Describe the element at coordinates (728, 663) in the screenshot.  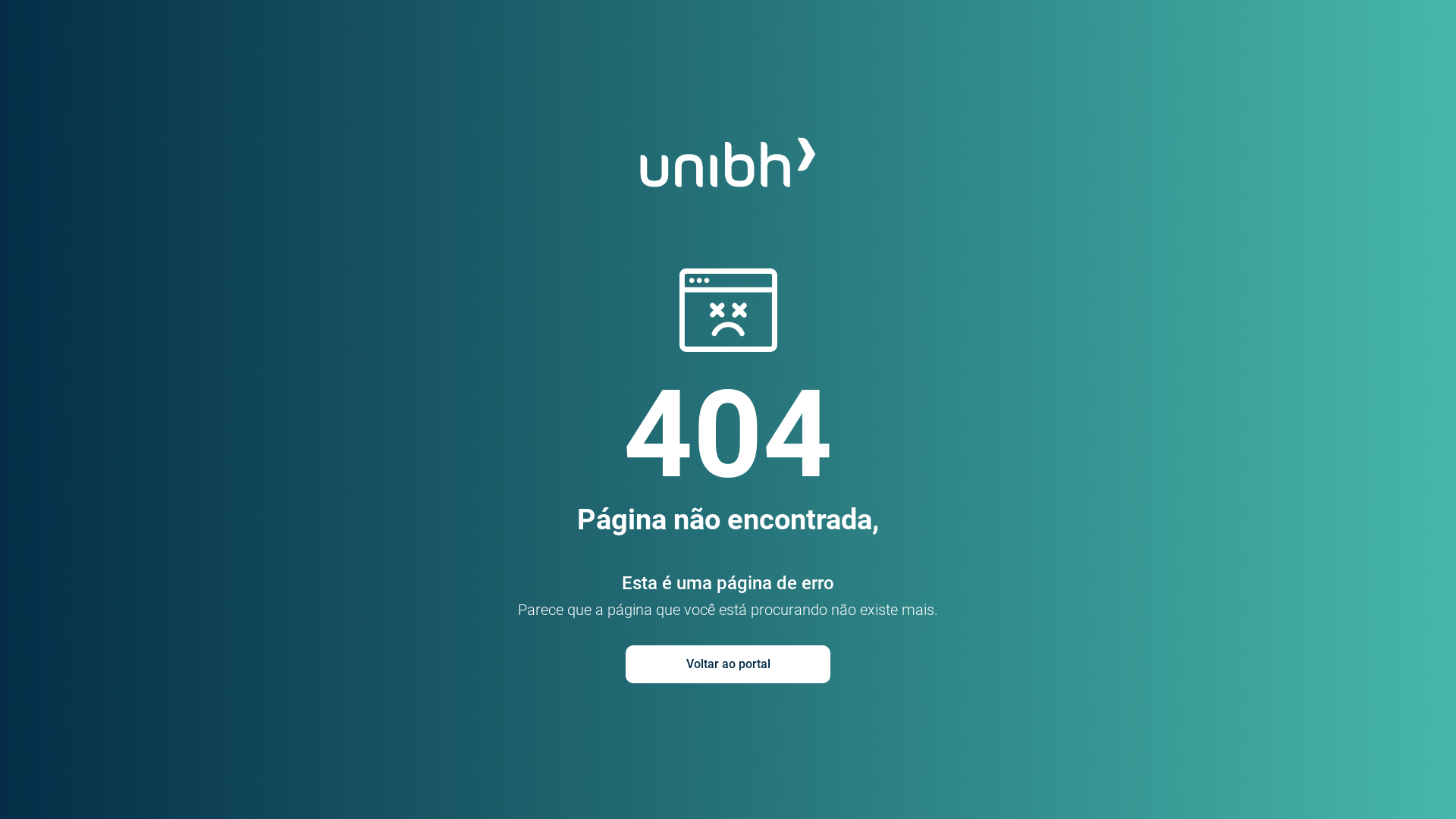
I see `'Voltar ao portal'` at that location.